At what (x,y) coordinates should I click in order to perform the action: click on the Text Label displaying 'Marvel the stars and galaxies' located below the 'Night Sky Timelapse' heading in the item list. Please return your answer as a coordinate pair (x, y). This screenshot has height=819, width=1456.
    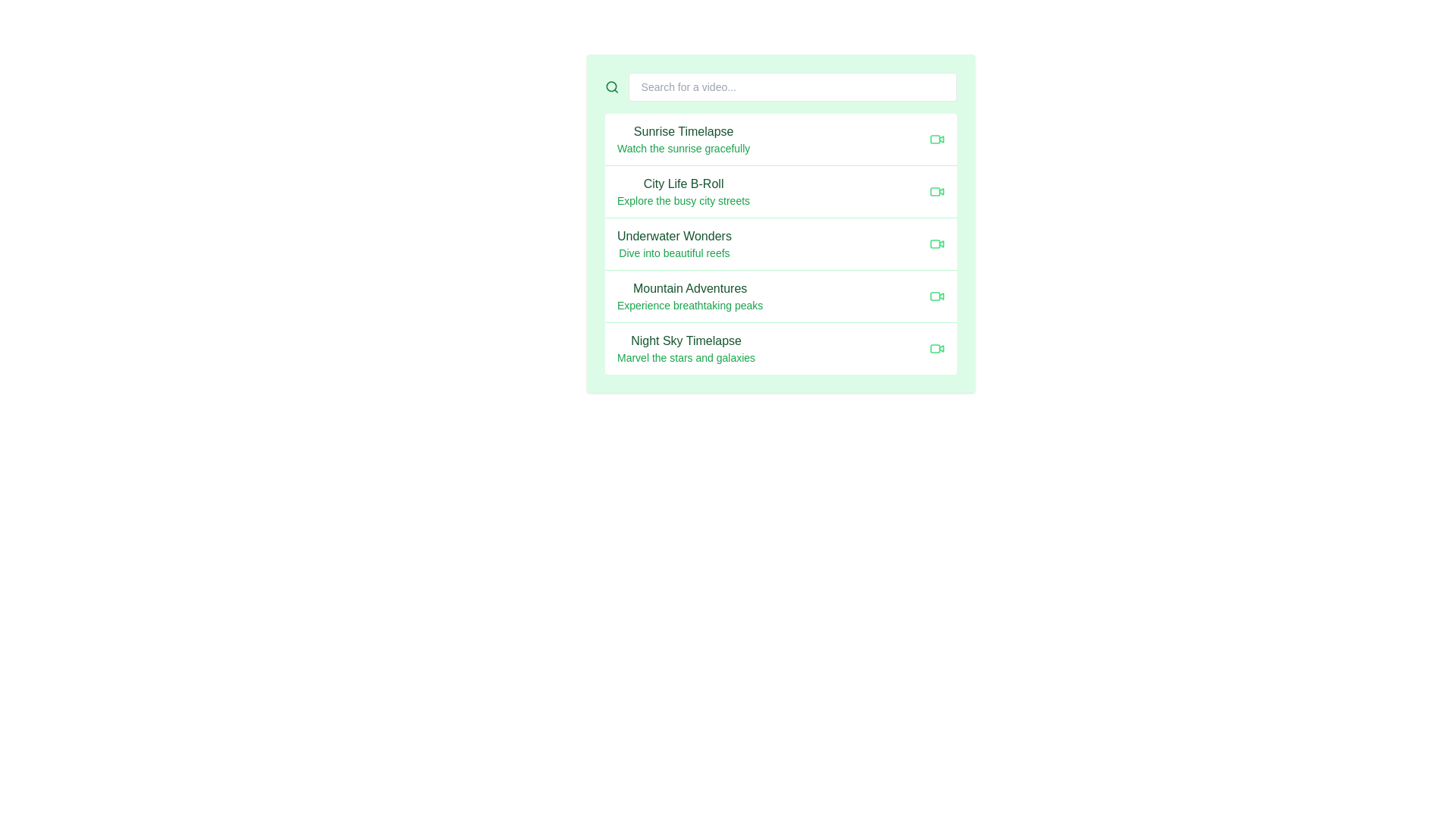
    Looking at the image, I should click on (686, 357).